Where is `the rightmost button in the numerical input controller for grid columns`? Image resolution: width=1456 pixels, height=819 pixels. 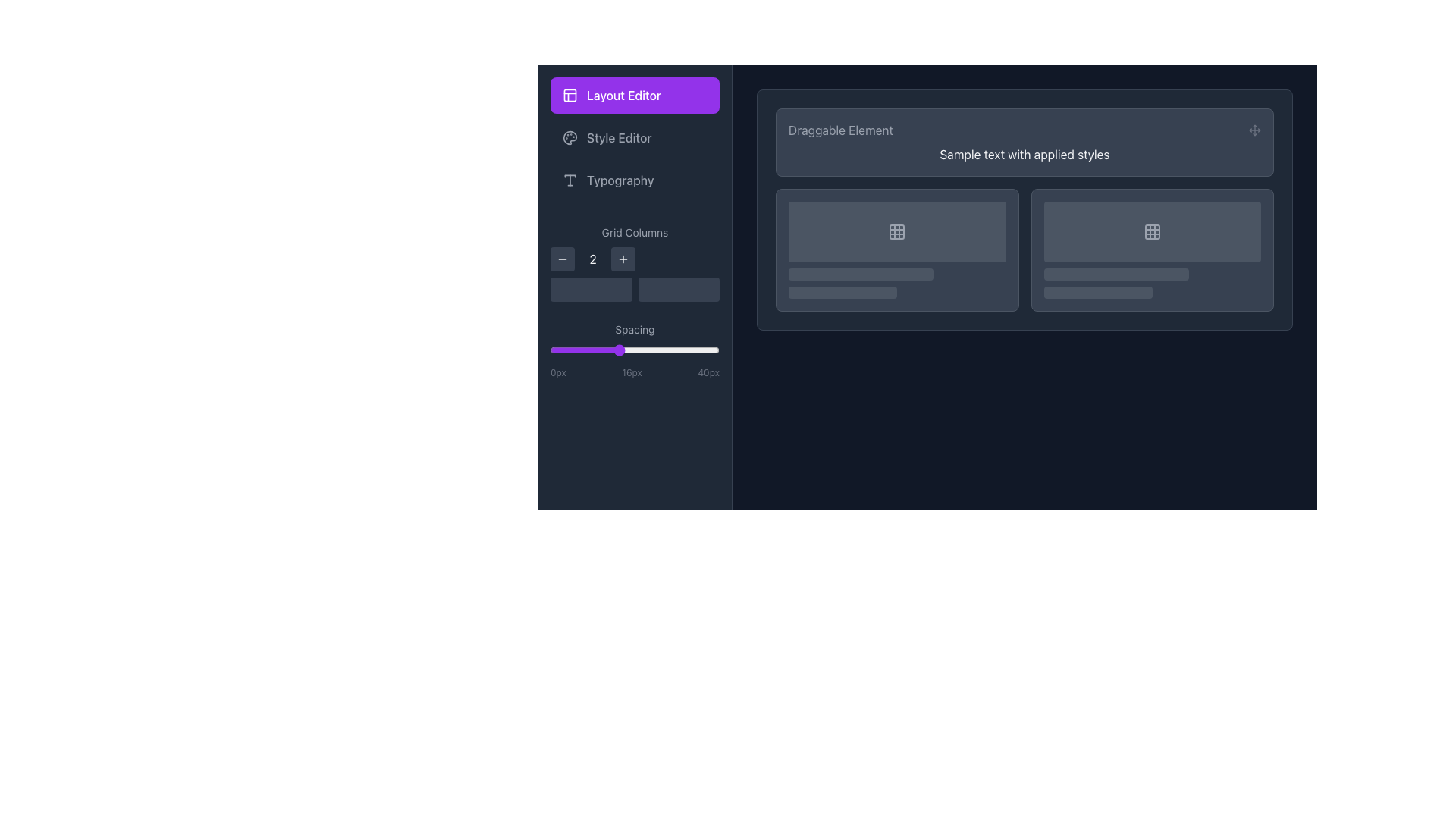
the rightmost button in the numerical input controller for grid columns is located at coordinates (635, 262).